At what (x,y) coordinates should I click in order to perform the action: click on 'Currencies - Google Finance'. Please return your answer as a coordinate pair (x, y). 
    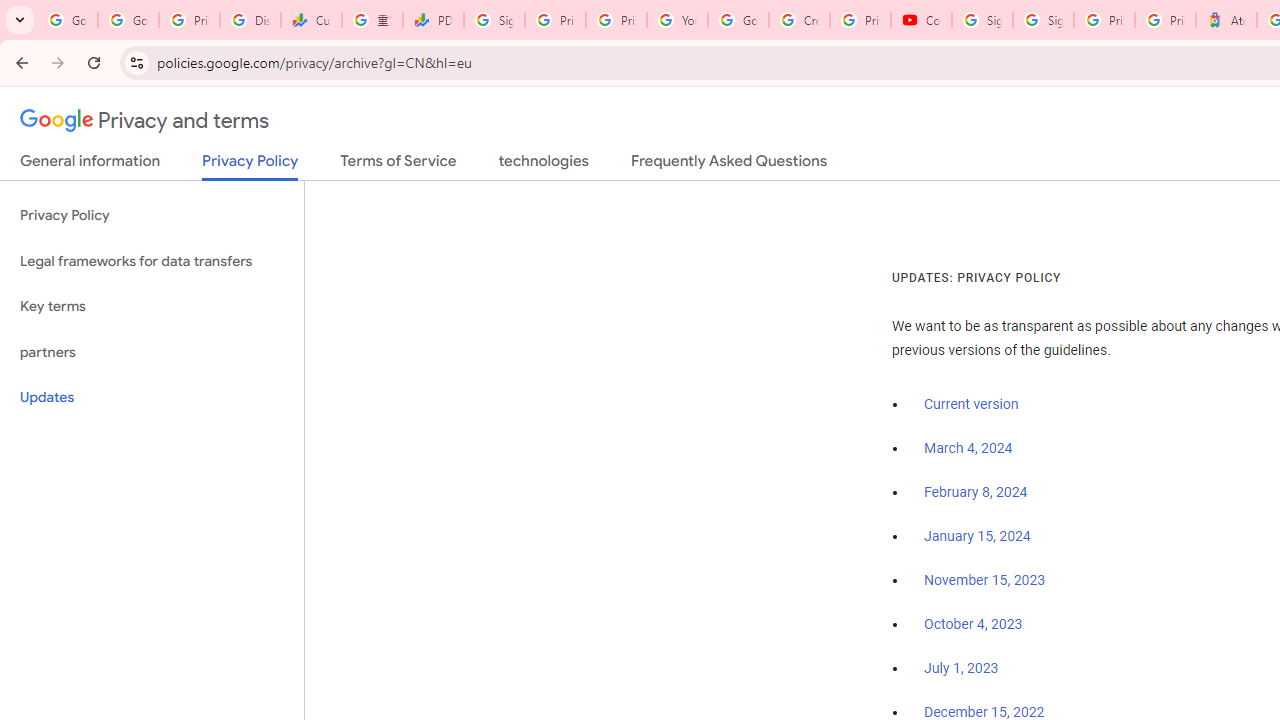
    Looking at the image, I should click on (310, 20).